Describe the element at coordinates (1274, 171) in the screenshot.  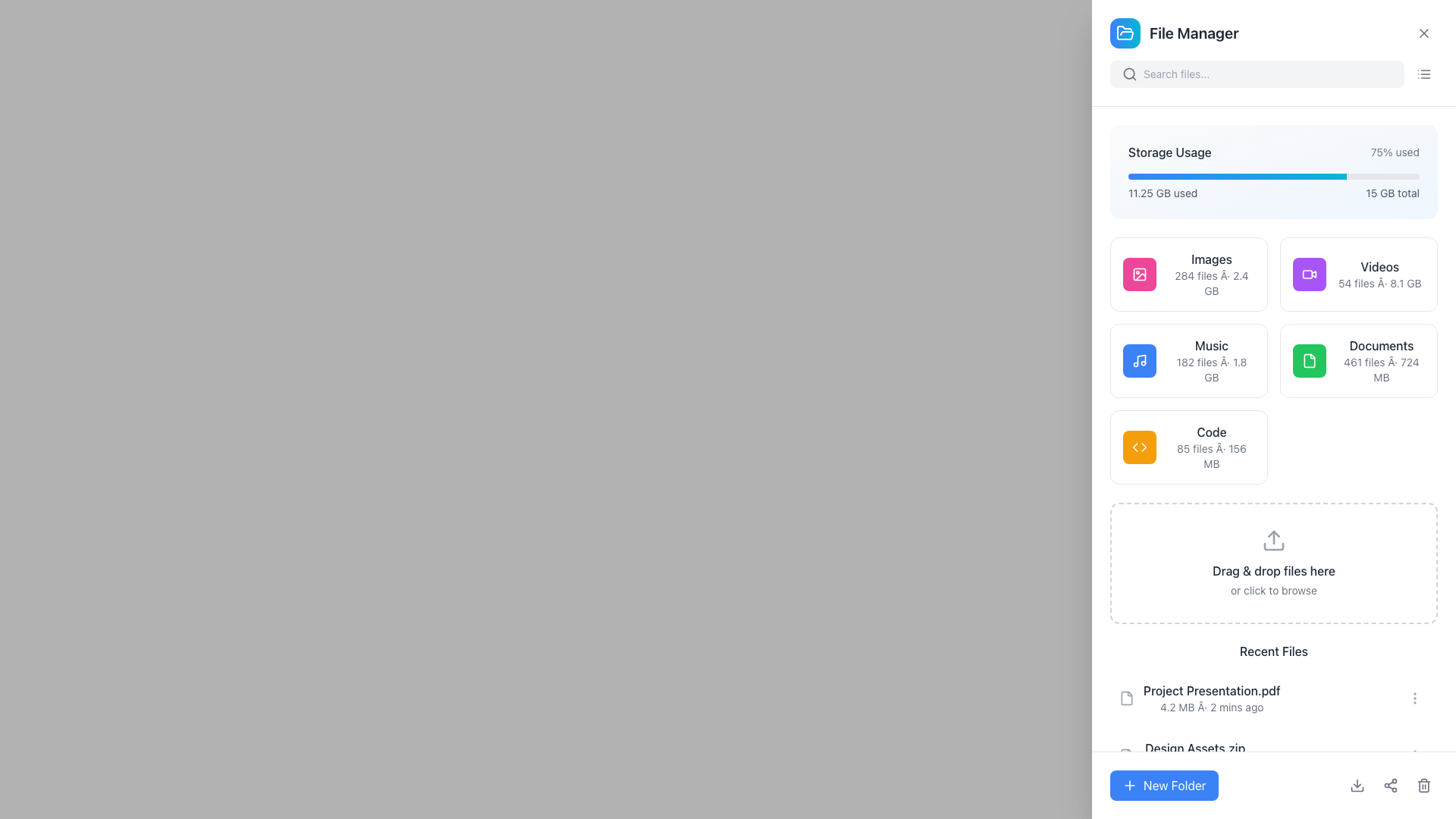
I see `contents of the Informational Card displaying storage usage statistics, which is located at the upper section of the file manager's main panel, just below the search bar` at that location.